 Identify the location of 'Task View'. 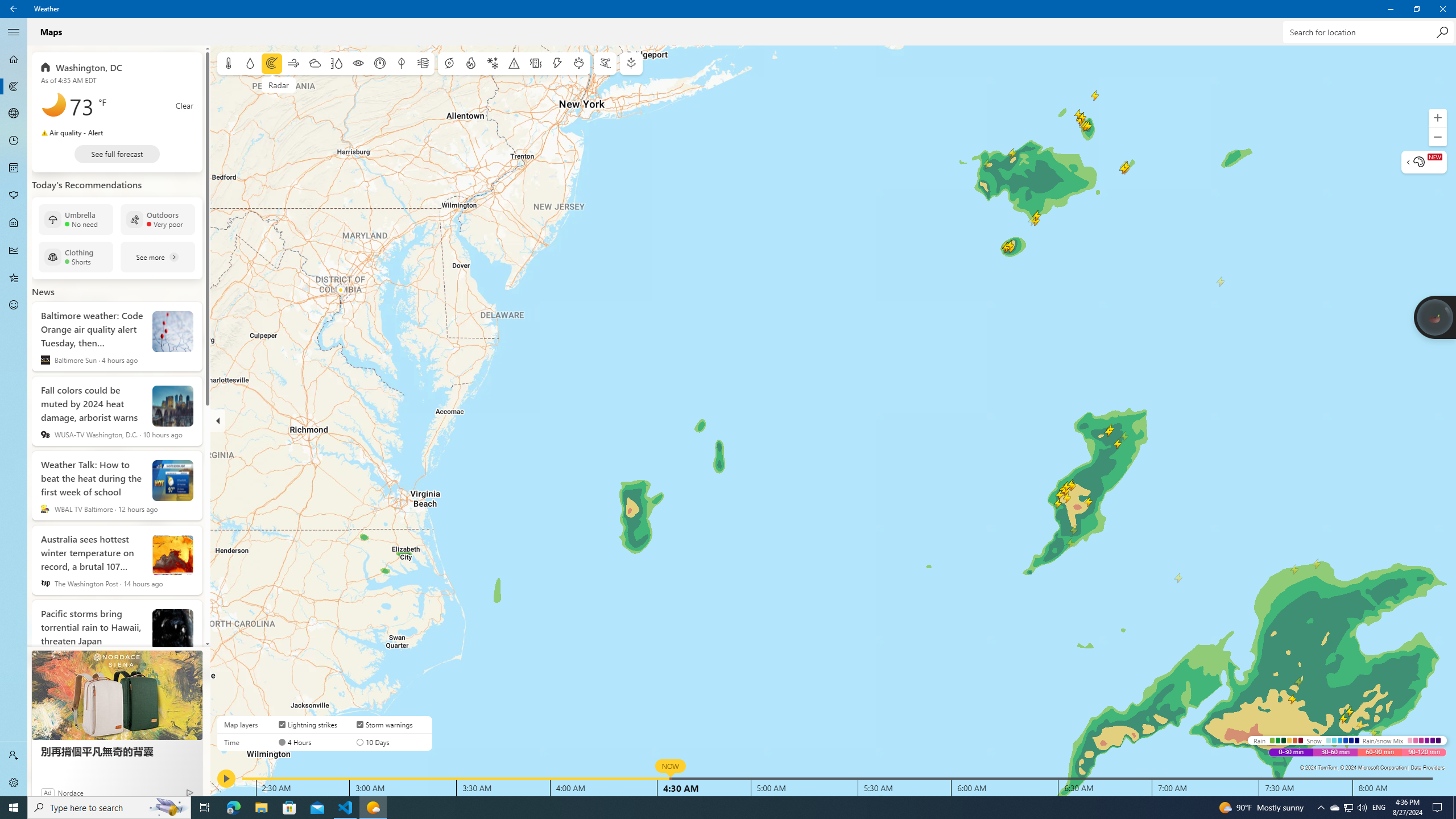
(204, 806).